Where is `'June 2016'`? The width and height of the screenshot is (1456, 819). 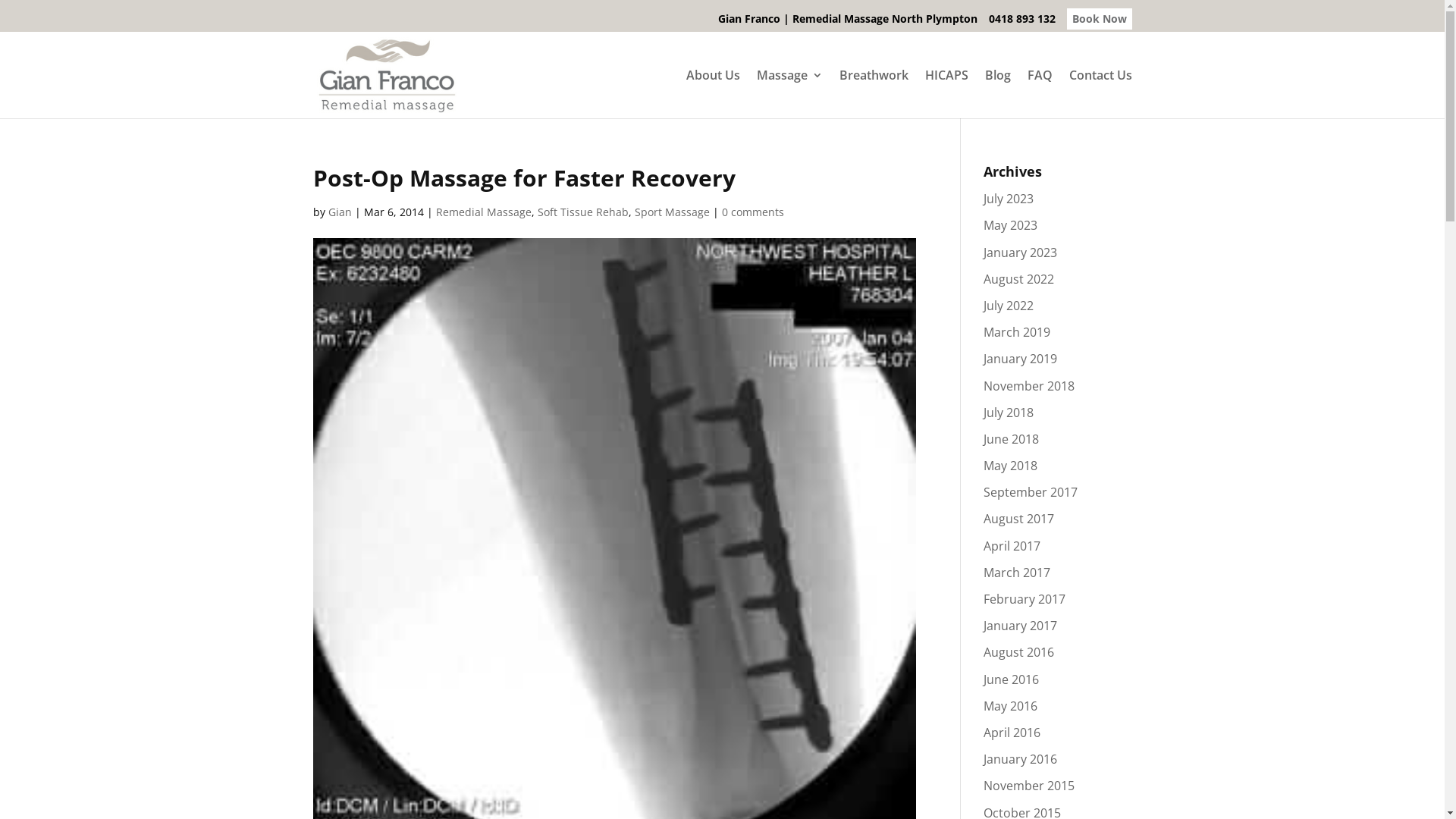 'June 2016' is located at coordinates (1011, 678).